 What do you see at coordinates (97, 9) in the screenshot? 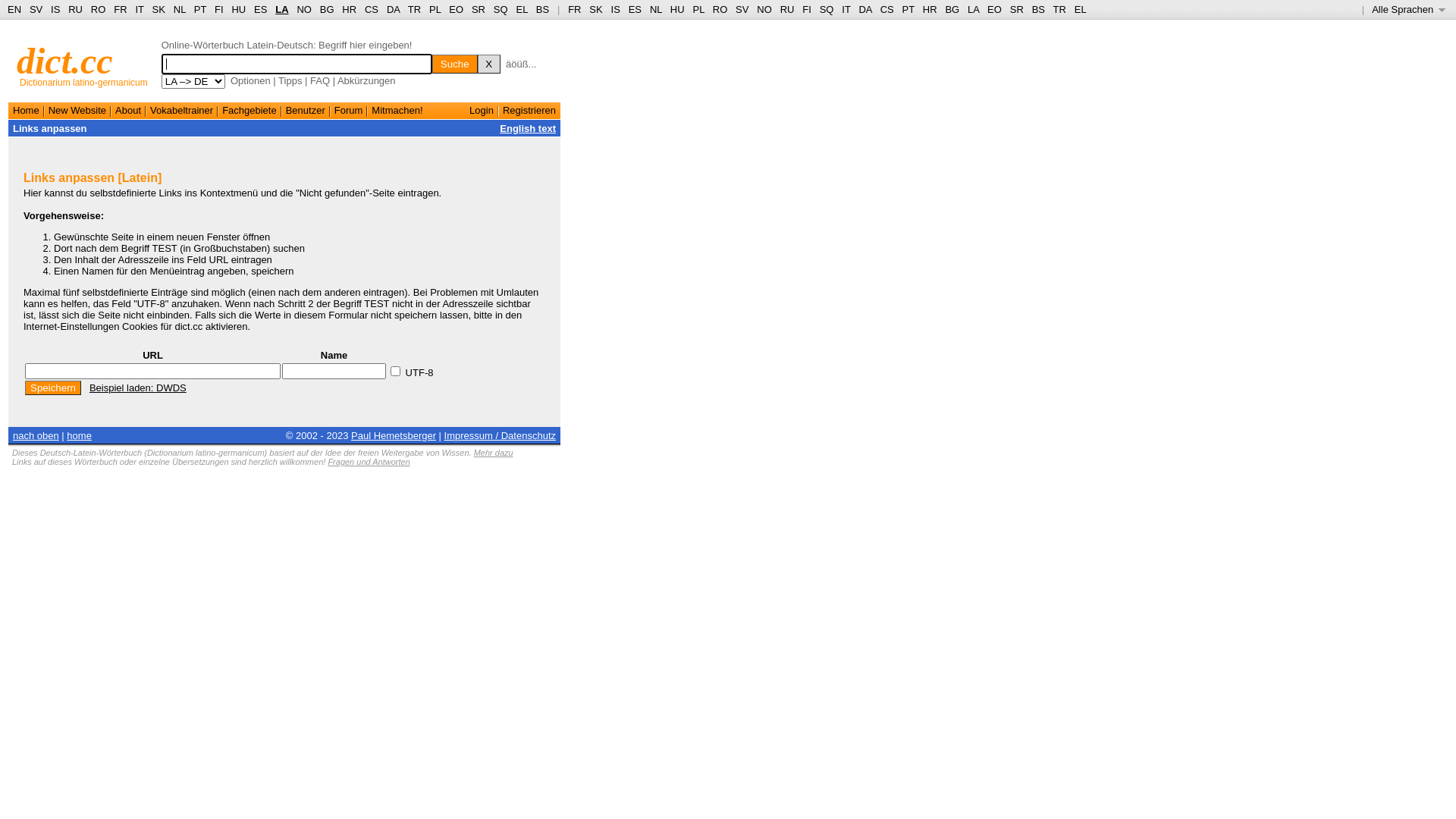
I see `'RO'` at bounding box center [97, 9].